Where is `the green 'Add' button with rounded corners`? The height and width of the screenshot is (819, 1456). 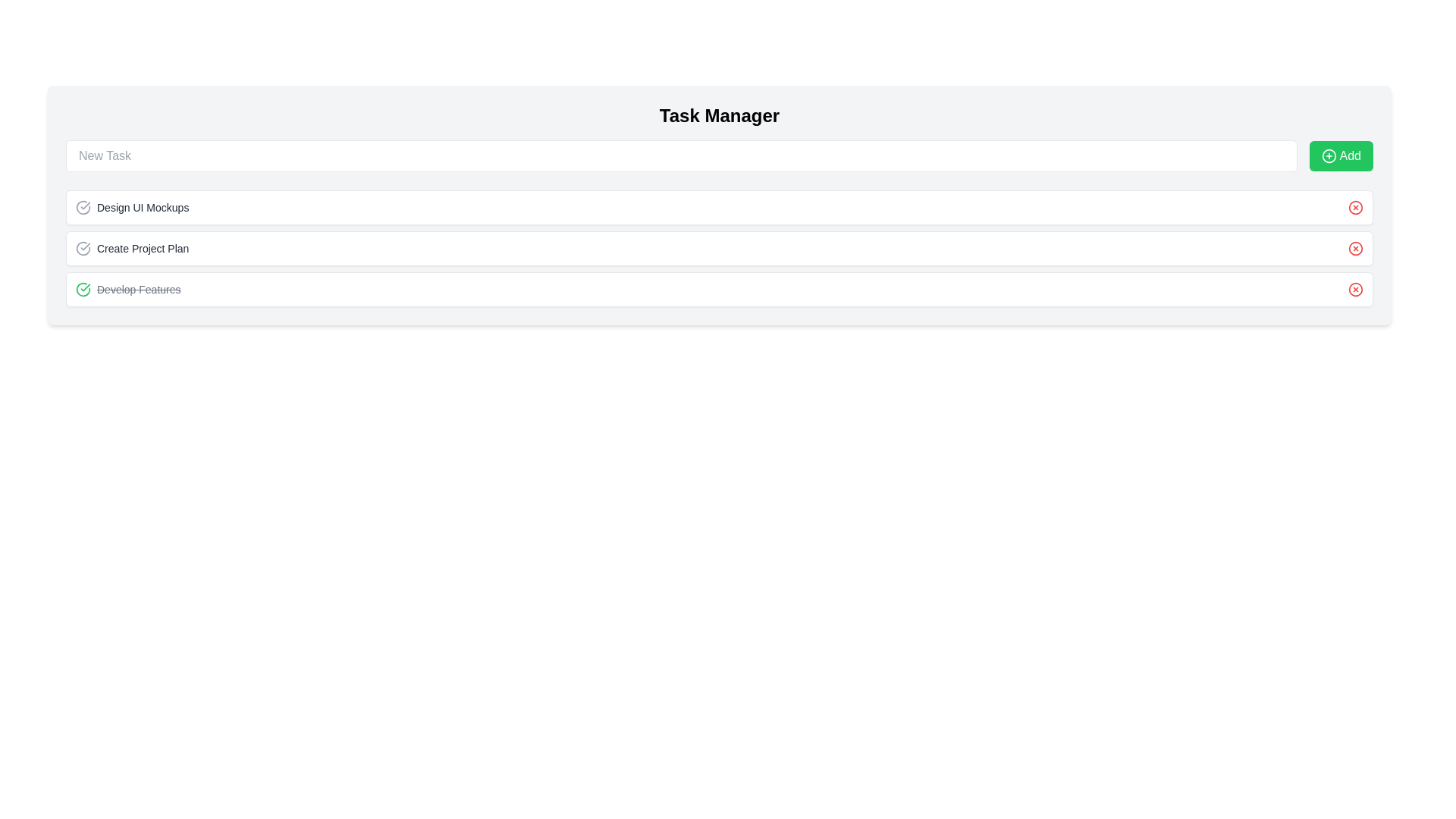 the green 'Add' button with rounded corners is located at coordinates (1341, 155).